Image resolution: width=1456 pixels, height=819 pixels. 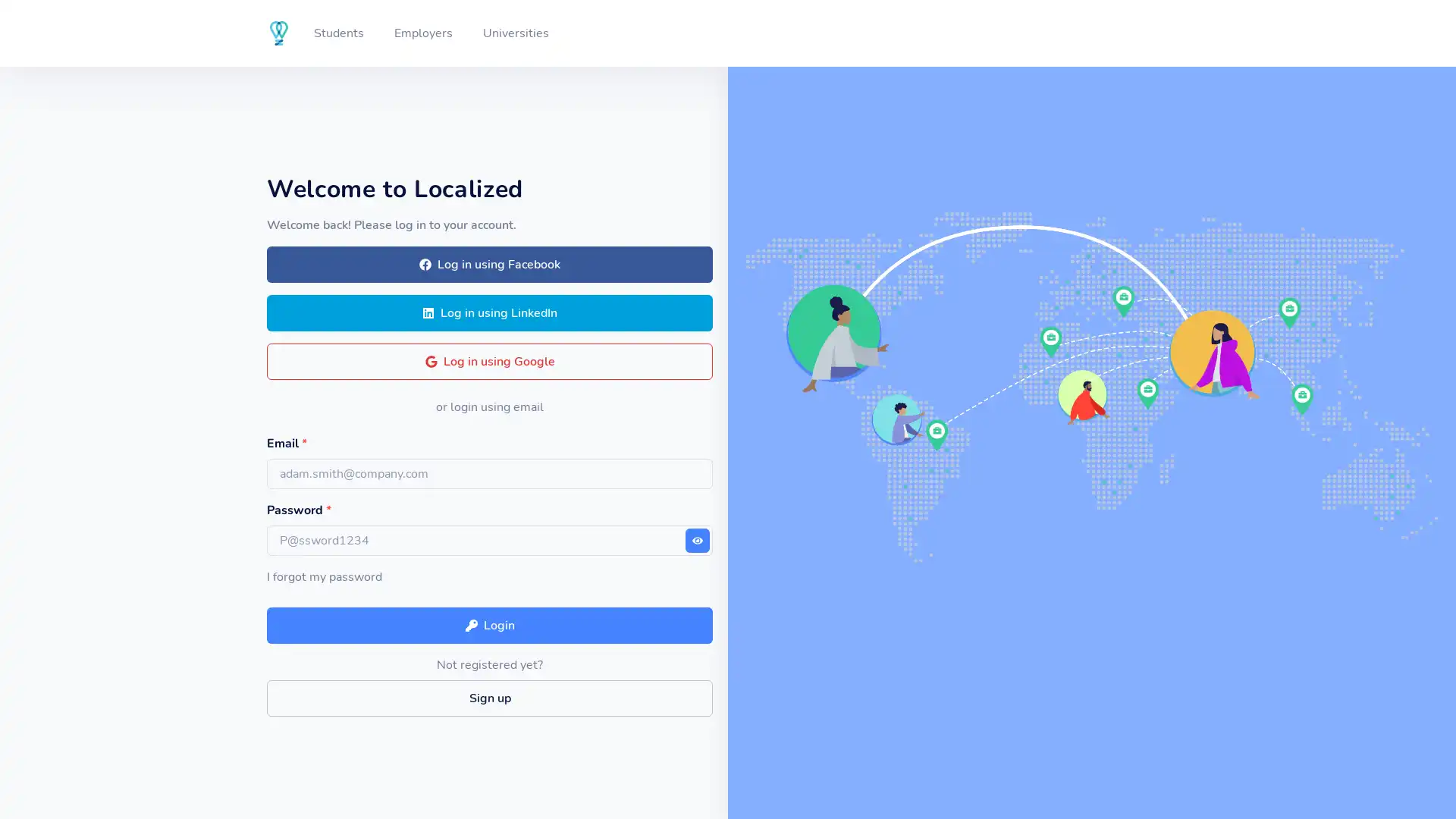 I want to click on Show, so click(x=697, y=540).